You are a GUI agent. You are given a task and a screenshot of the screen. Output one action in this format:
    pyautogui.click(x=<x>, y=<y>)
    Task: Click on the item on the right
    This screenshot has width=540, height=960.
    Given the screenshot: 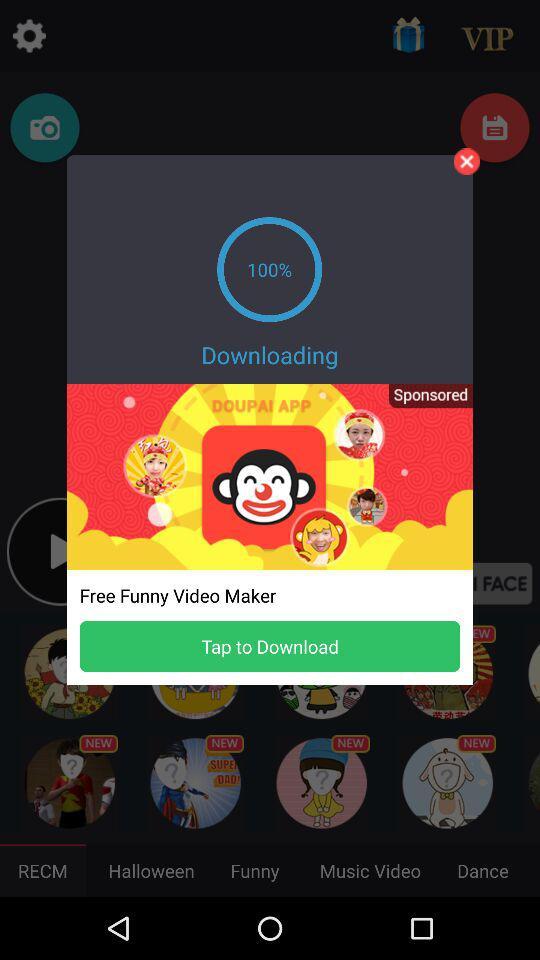 What is the action you would take?
    pyautogui.click(x=423, y=401)
    